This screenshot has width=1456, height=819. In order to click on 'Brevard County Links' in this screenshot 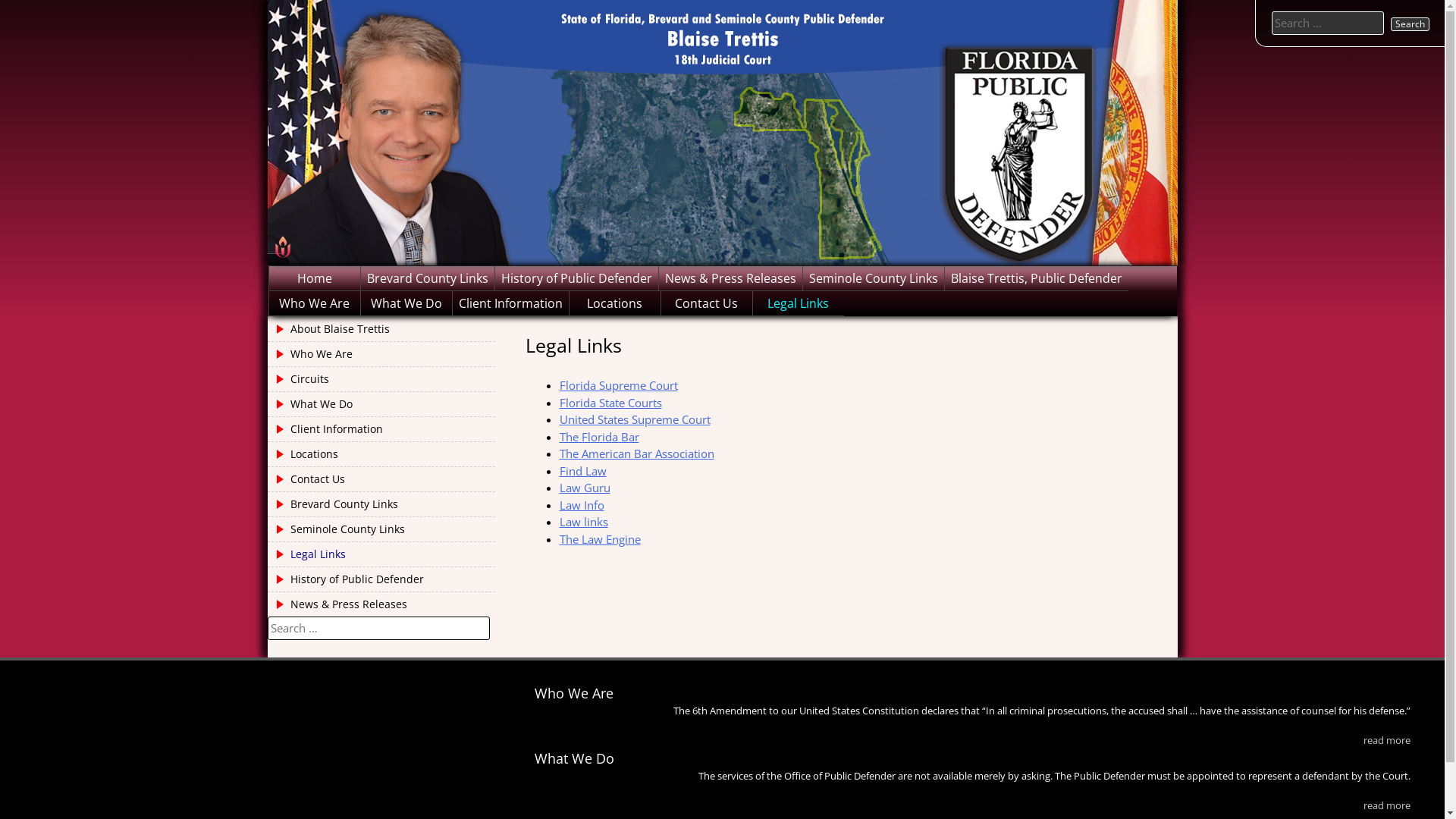, I will do `click(381, 504)`.